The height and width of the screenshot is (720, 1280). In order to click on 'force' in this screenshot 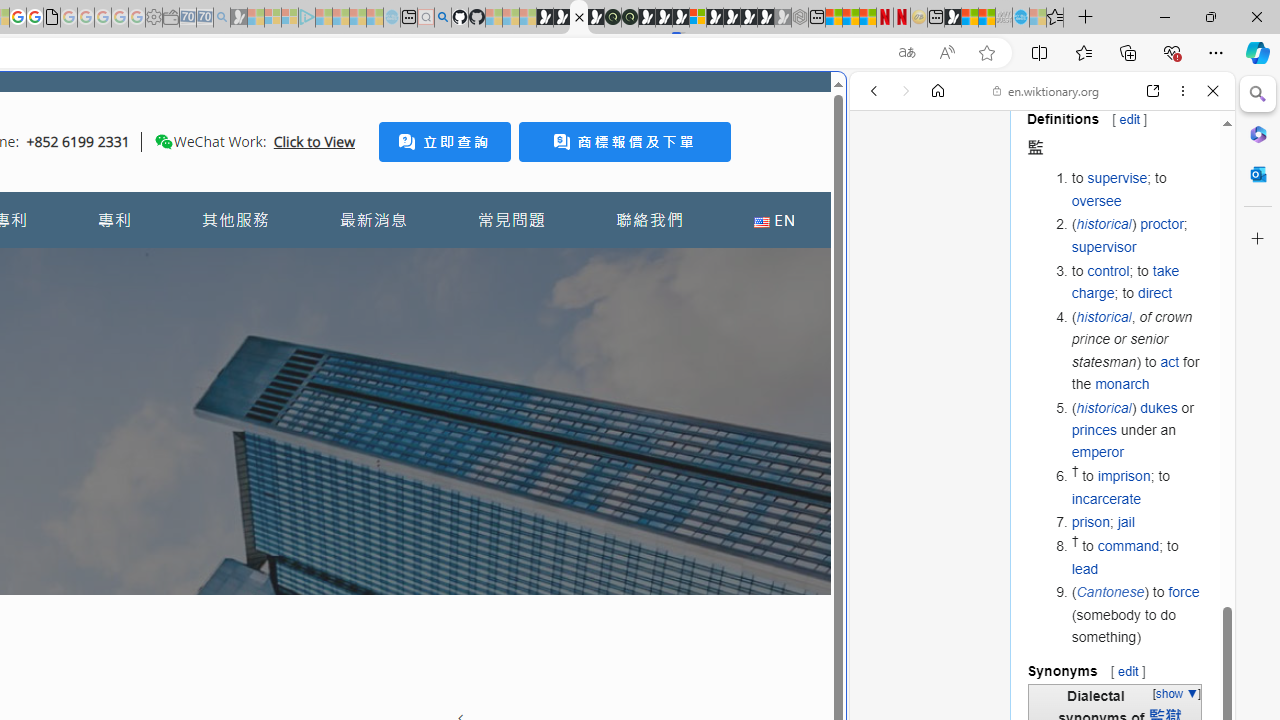, I will do `click(1184, 591)`.